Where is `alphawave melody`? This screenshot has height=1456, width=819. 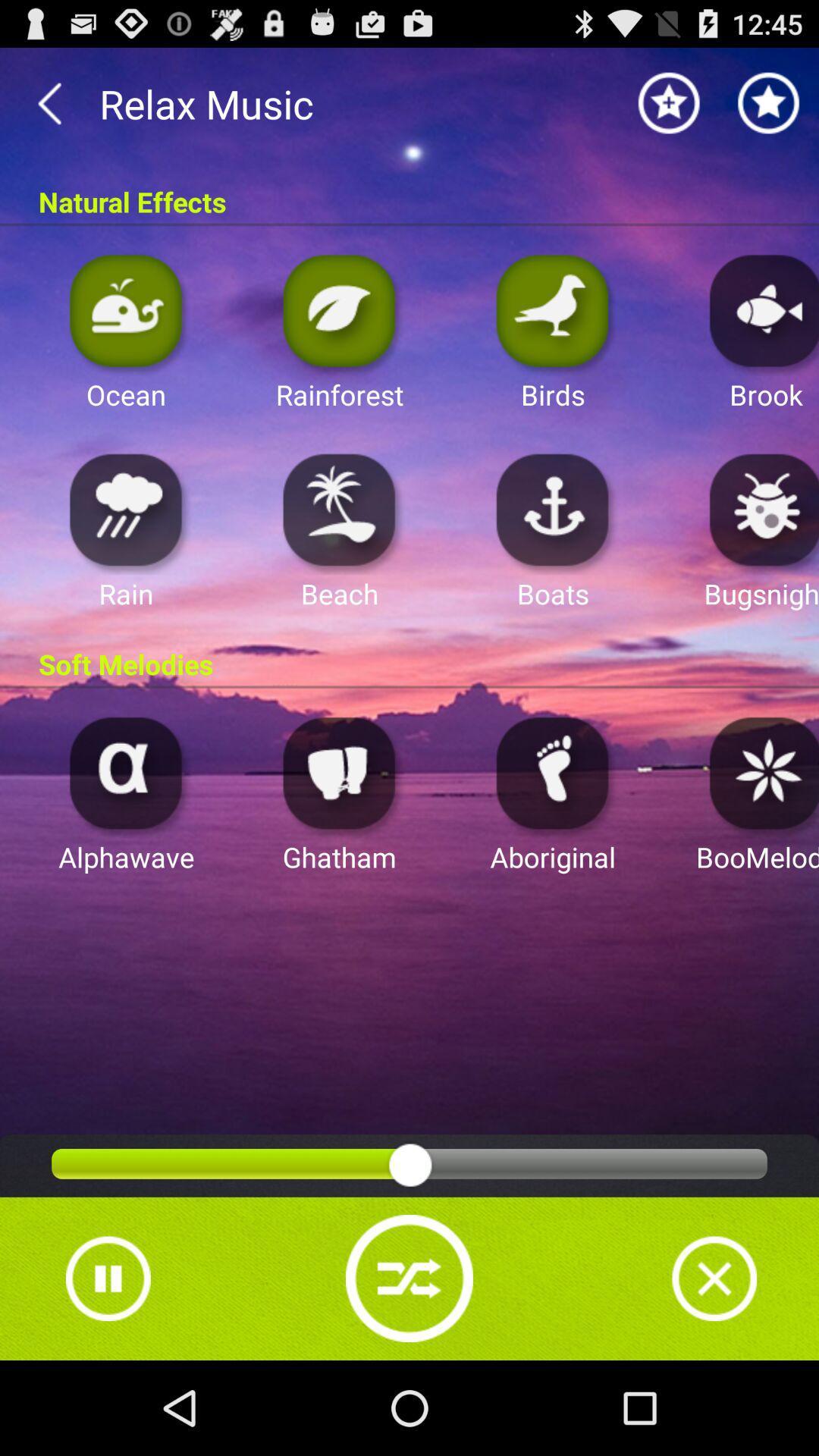 alphawave melody is located at coordinates (125, 772).